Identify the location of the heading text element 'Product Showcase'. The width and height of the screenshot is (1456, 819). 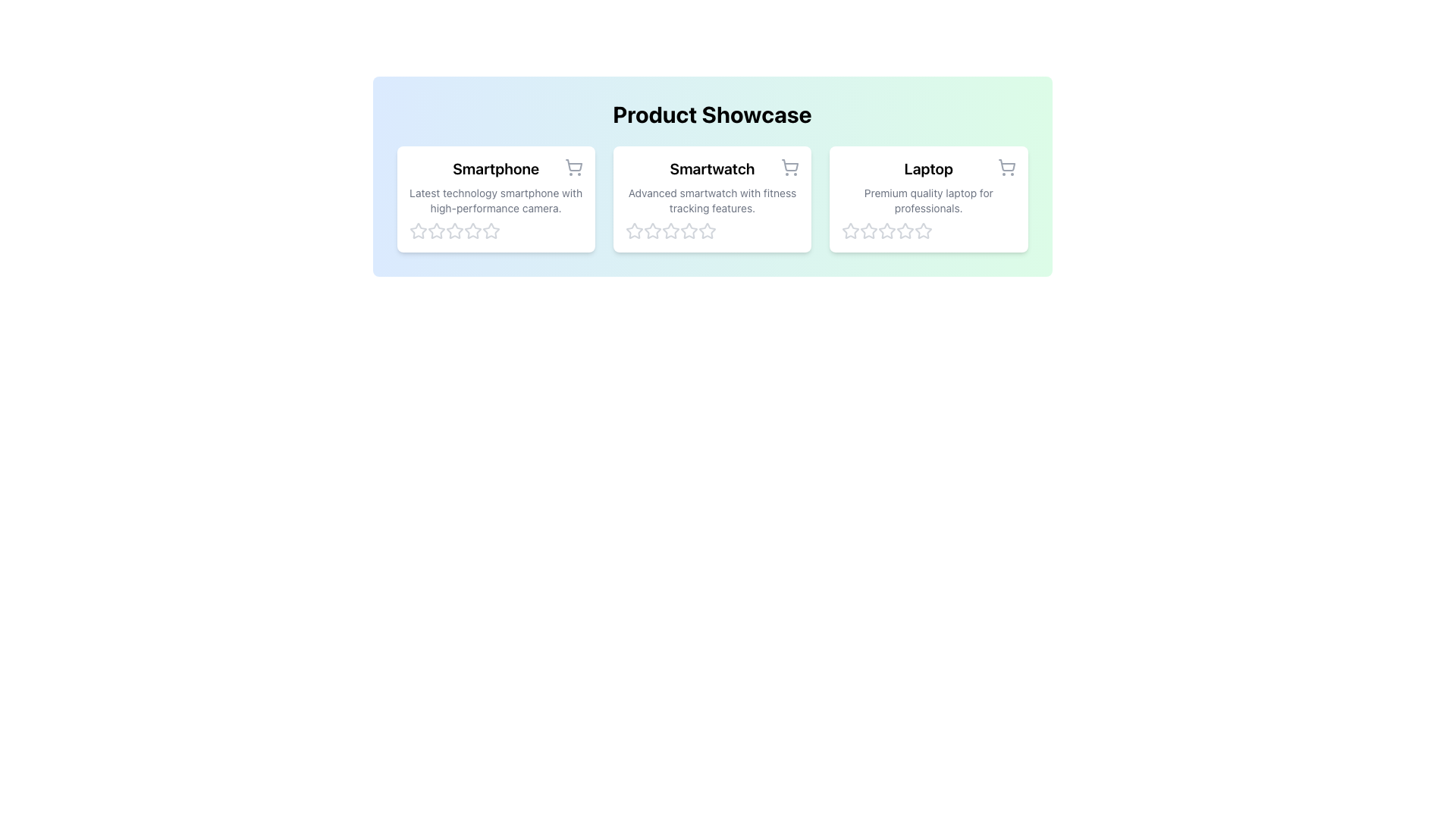
(711, 113).